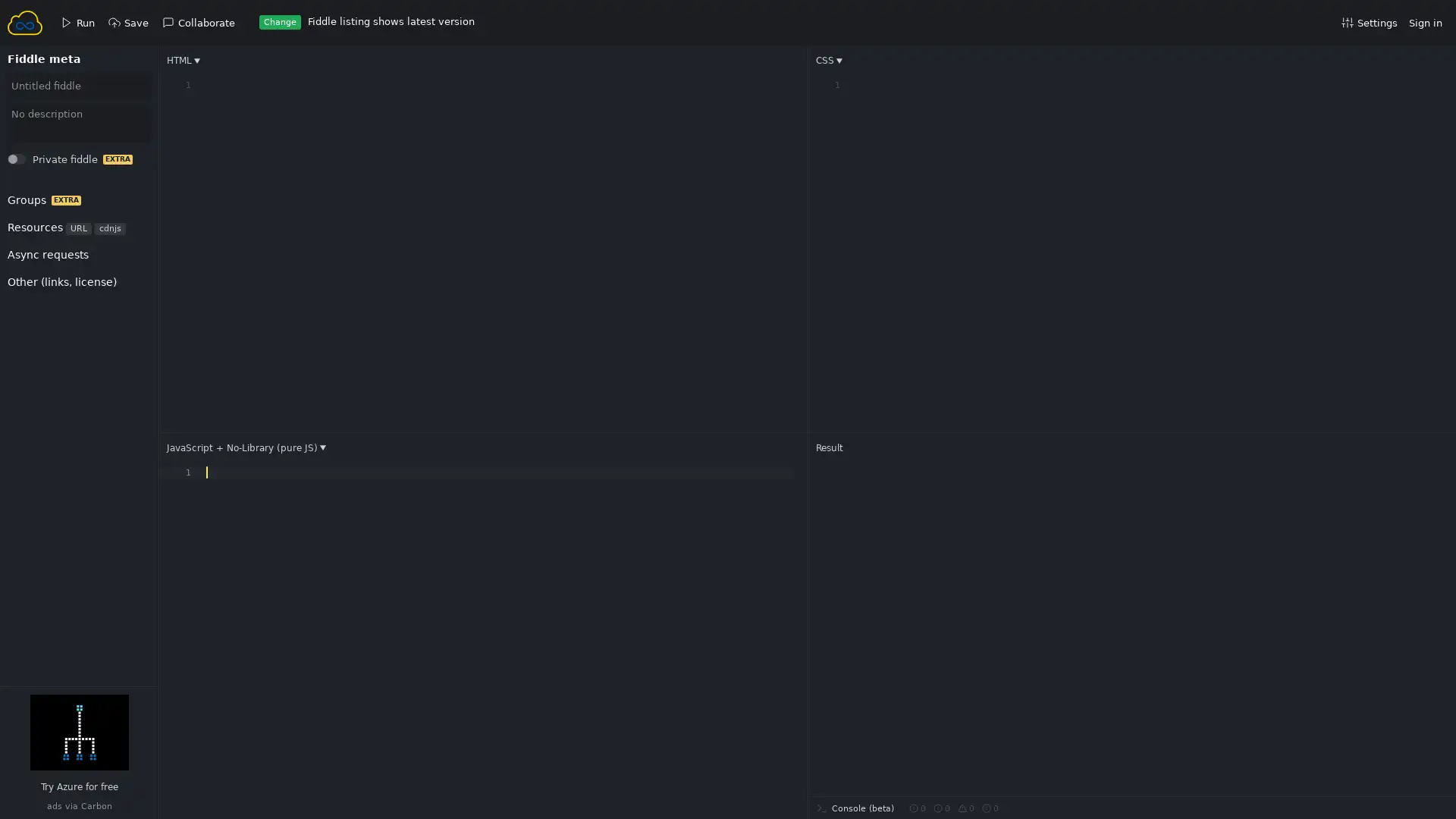  I want to click on Save, so click(32, 163).